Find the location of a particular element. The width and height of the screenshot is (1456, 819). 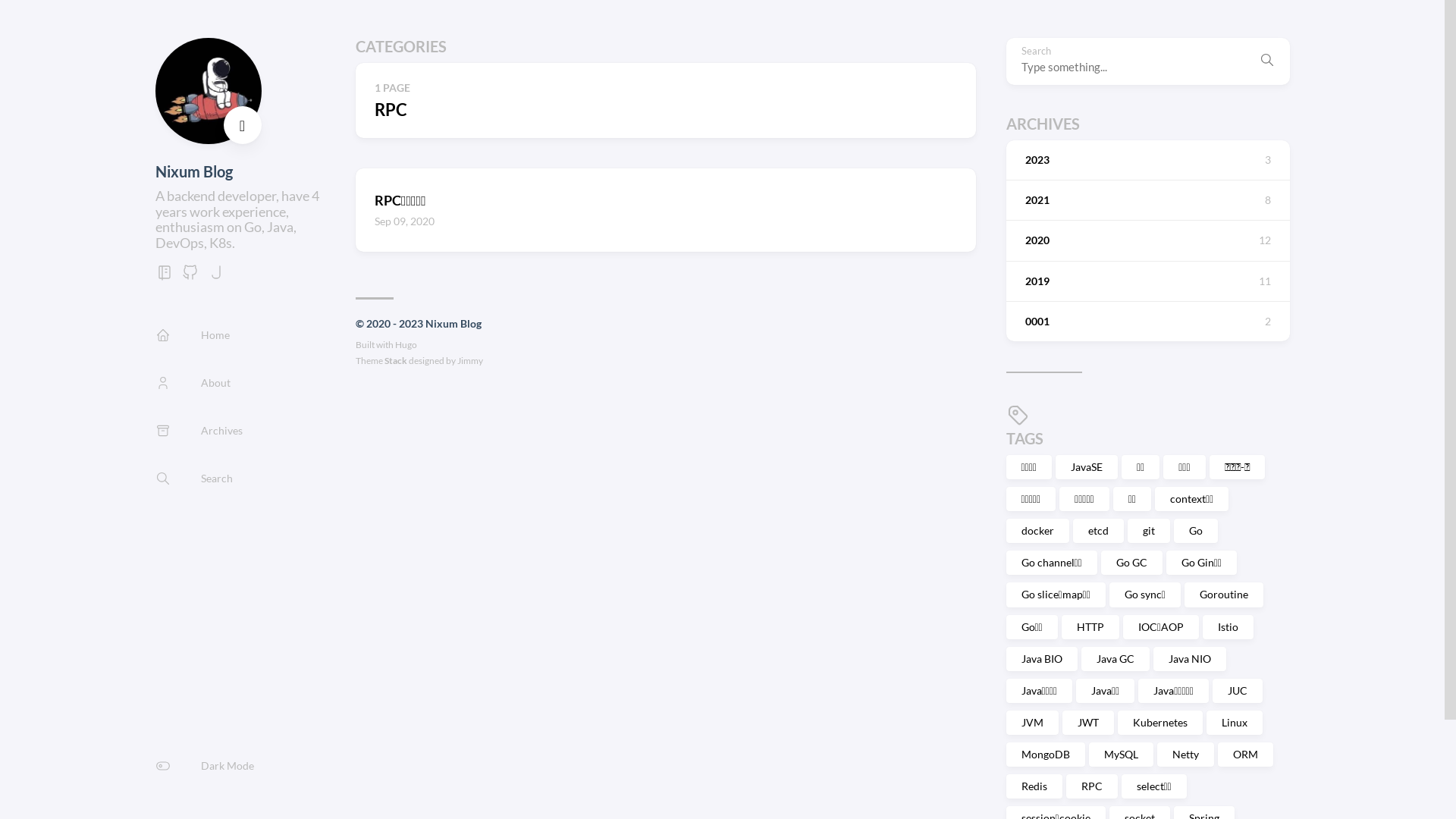

'Java NIO' is located at coordinates (1188, 657).